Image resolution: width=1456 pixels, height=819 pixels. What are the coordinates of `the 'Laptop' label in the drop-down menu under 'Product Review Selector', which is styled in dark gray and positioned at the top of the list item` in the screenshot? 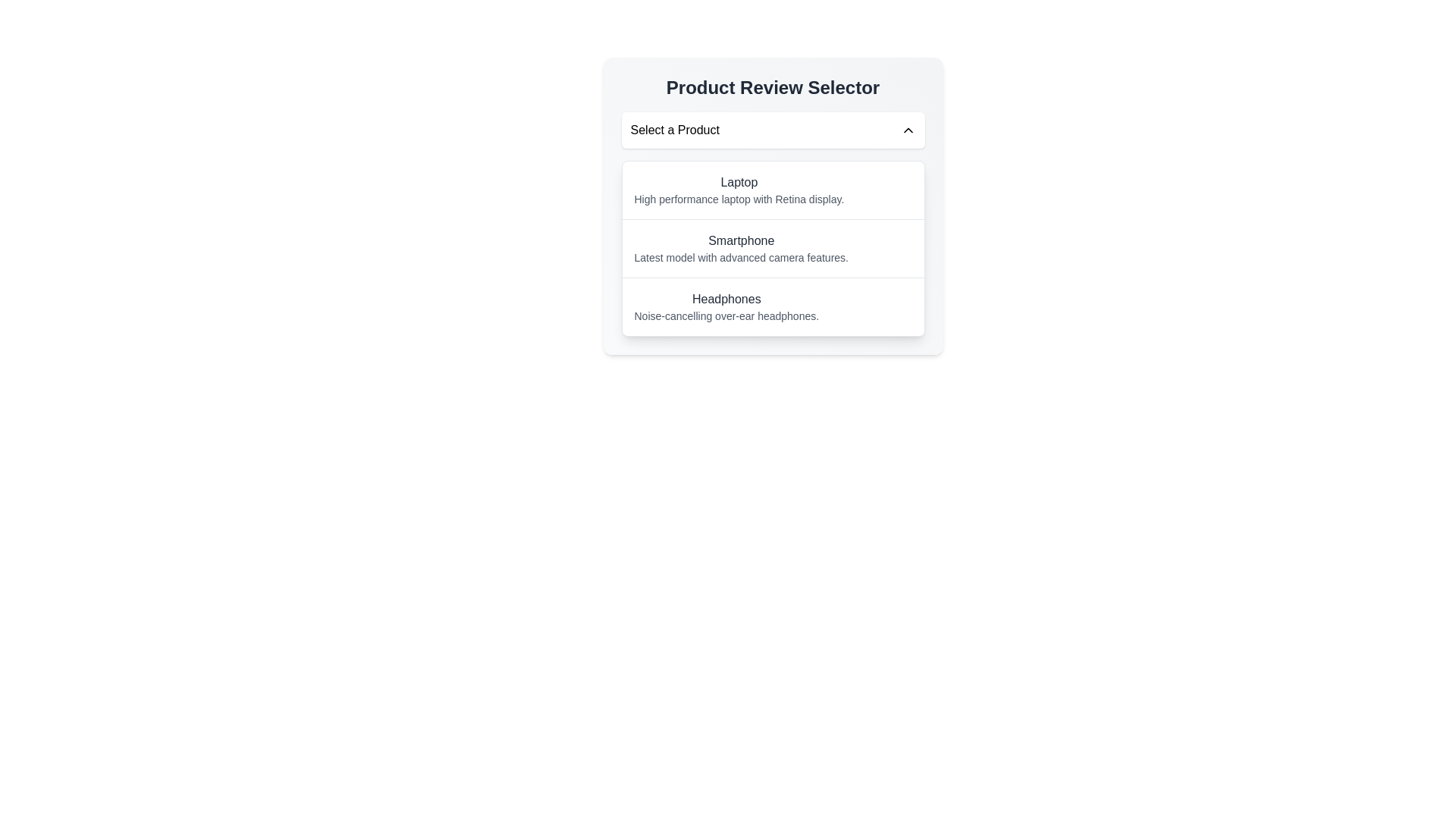 It's located at (739, 181).